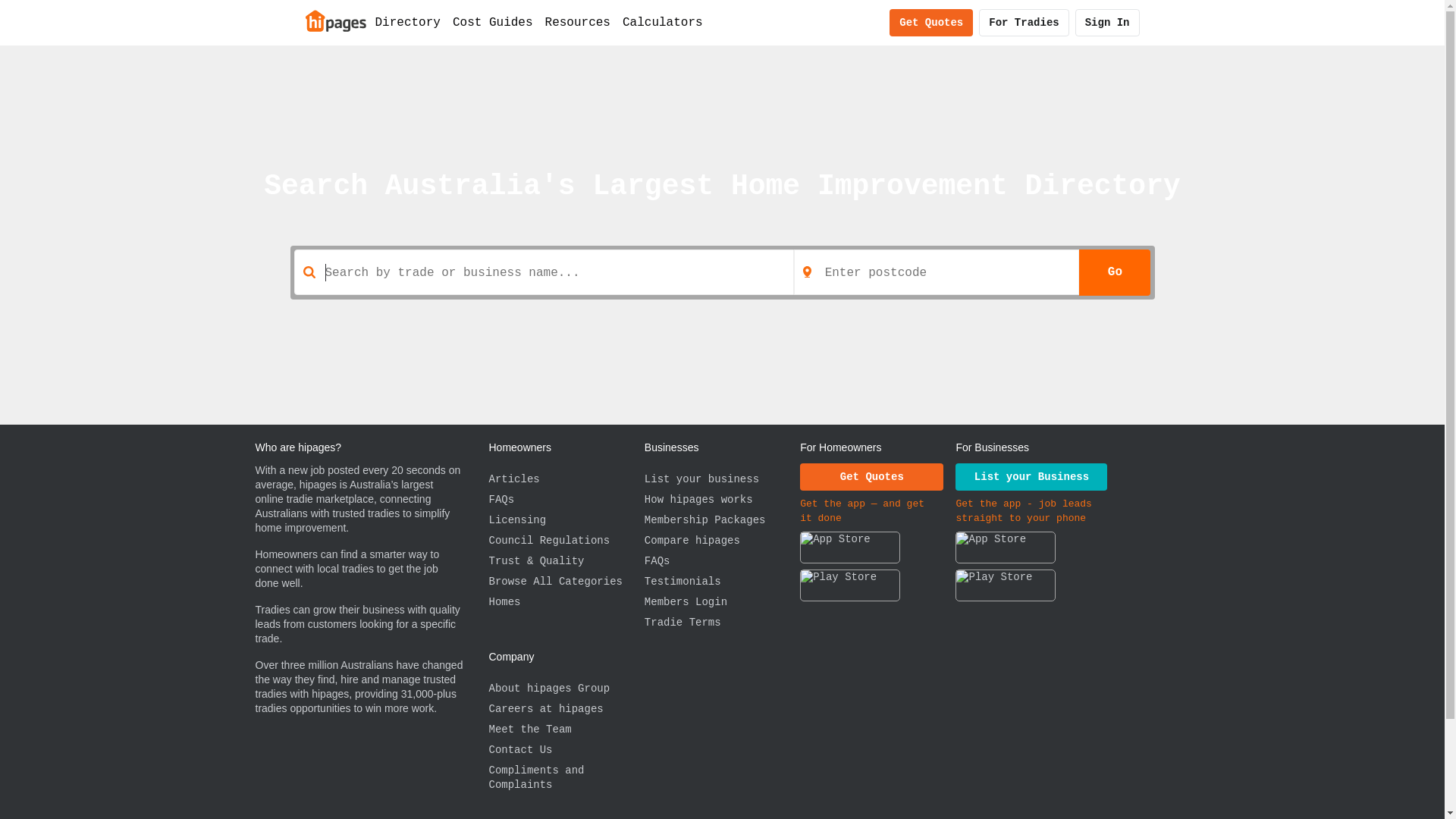 This screenshot has height=819, width=1456. I want to click on 'Meet the Team', so click(565, 729).